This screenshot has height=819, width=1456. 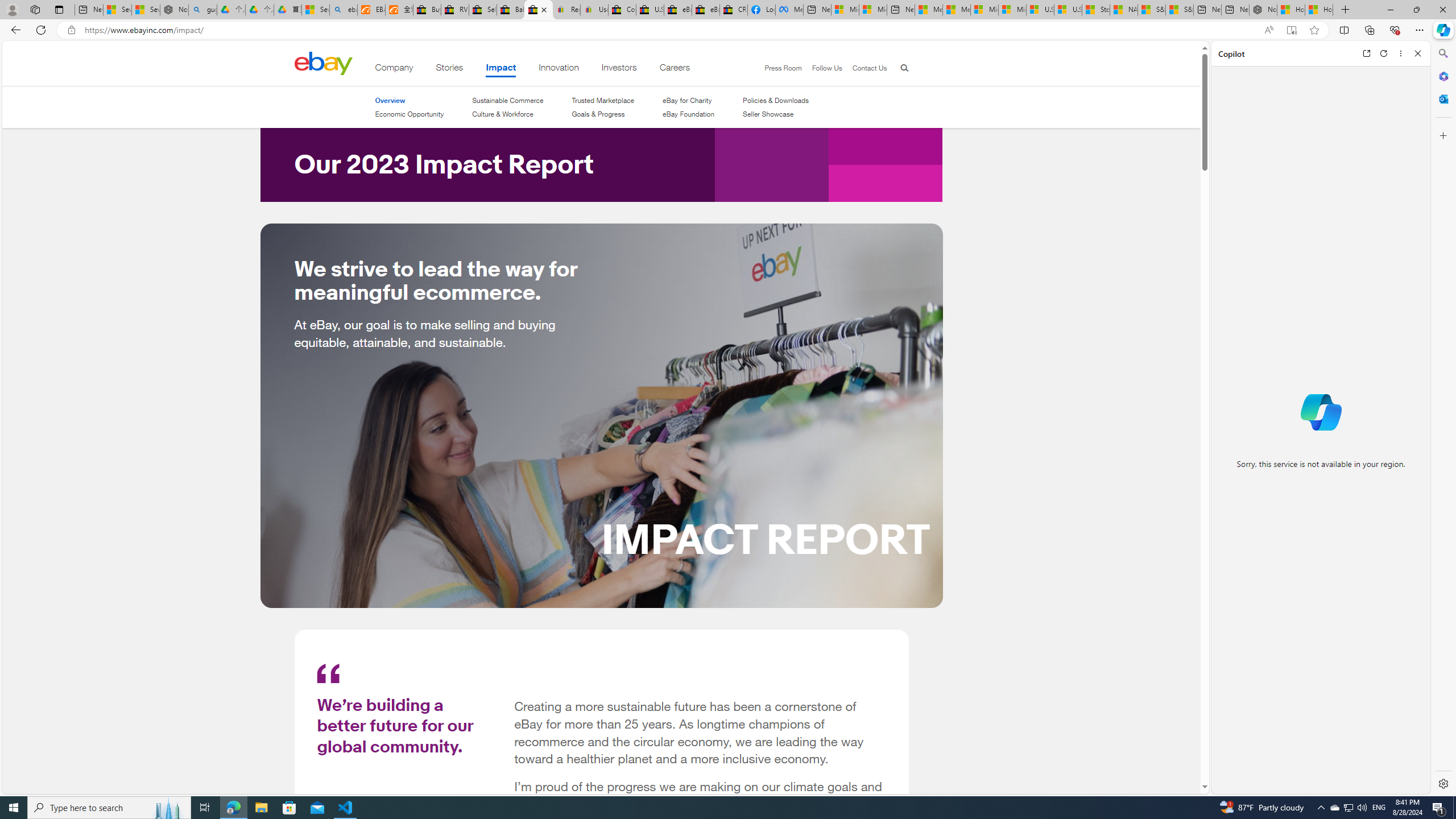 What do you see at coordinates (408, 100) in the screenshot?
I see `'Overview'` at bounding box center [408, 100].